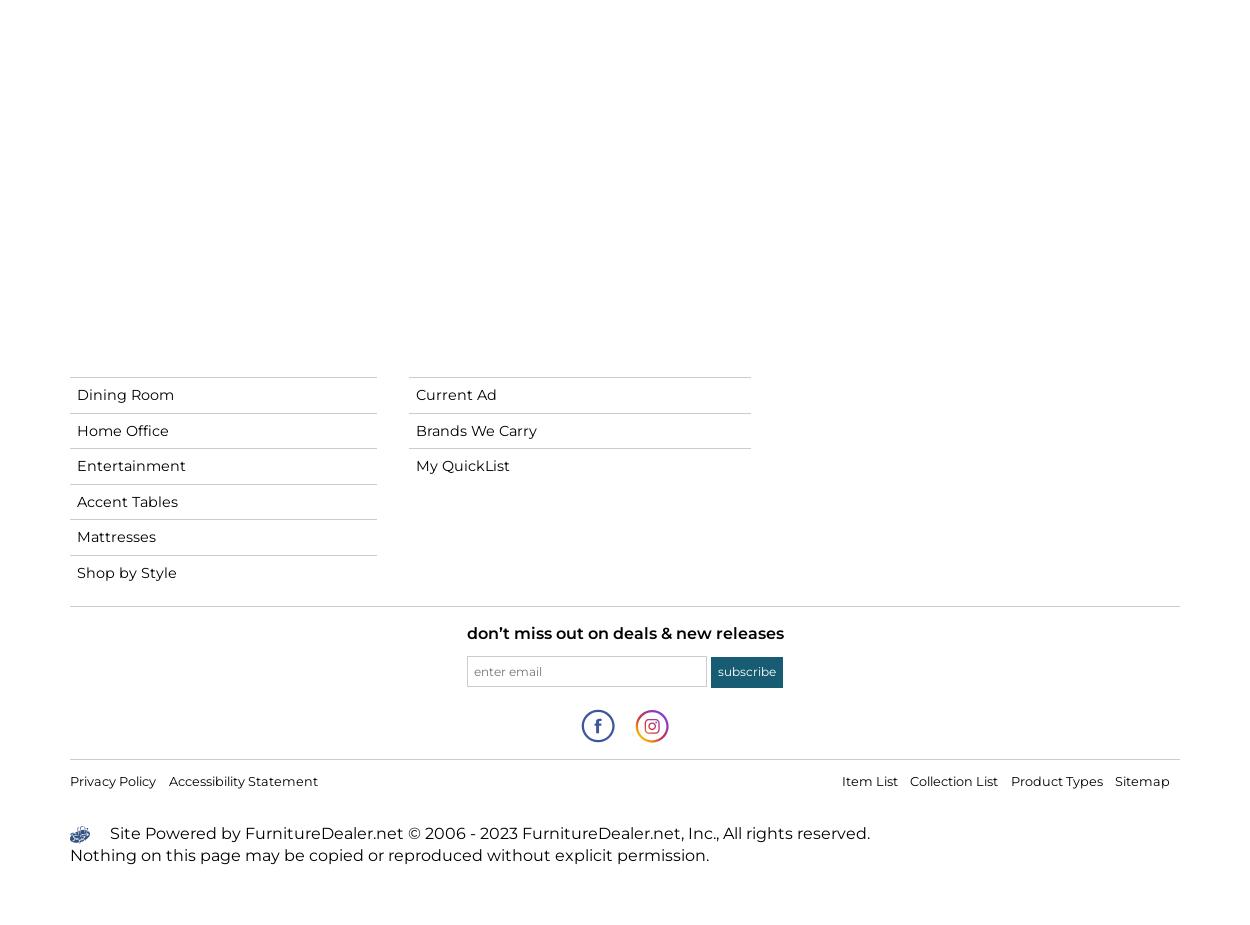 This screenshot has width=1250, height=925. I want to click on 'Accent Tables', so click(127, 500).